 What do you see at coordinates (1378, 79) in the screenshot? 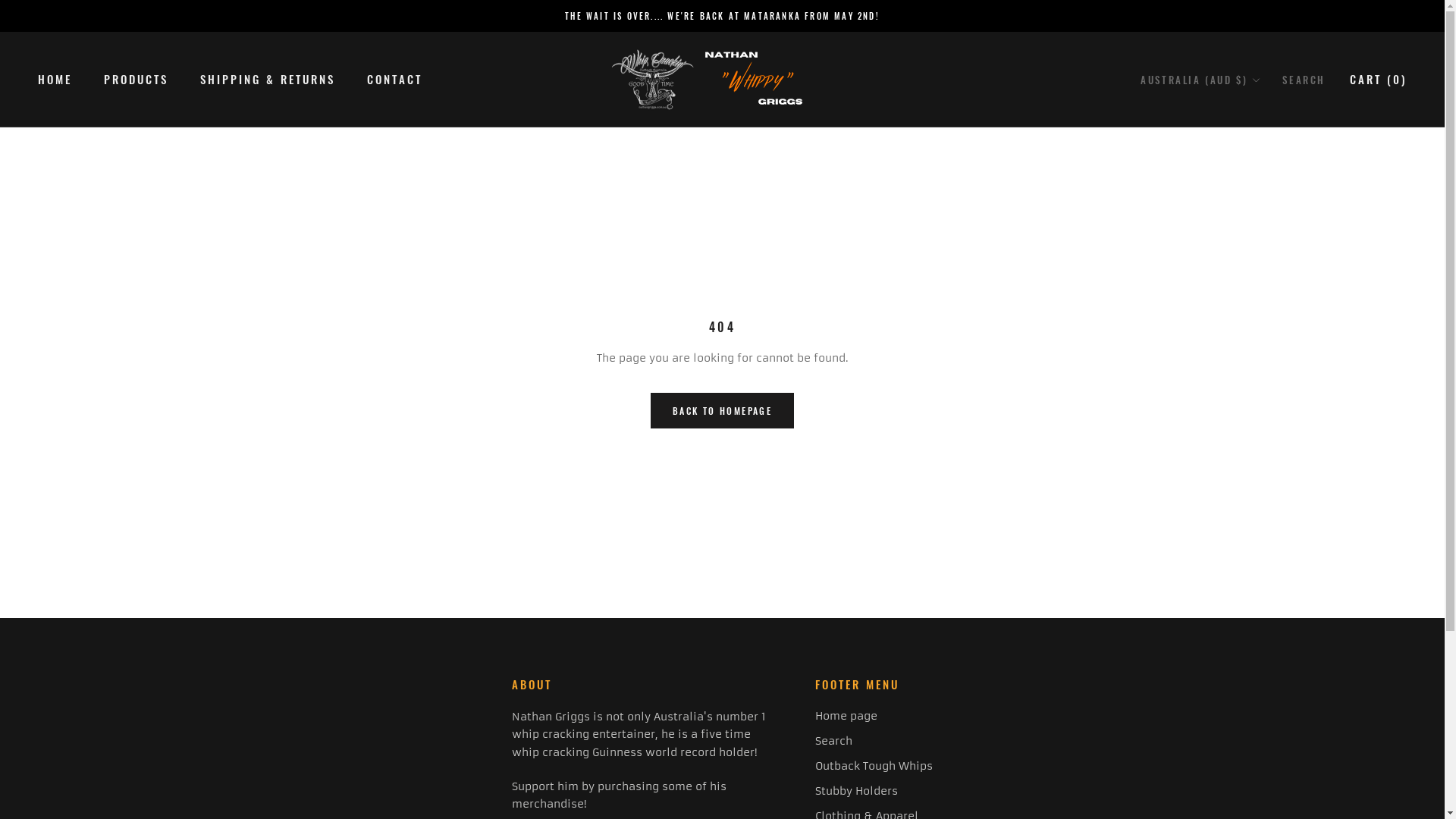
I see `'CART (0)'` at bounding box center [1378, 79].